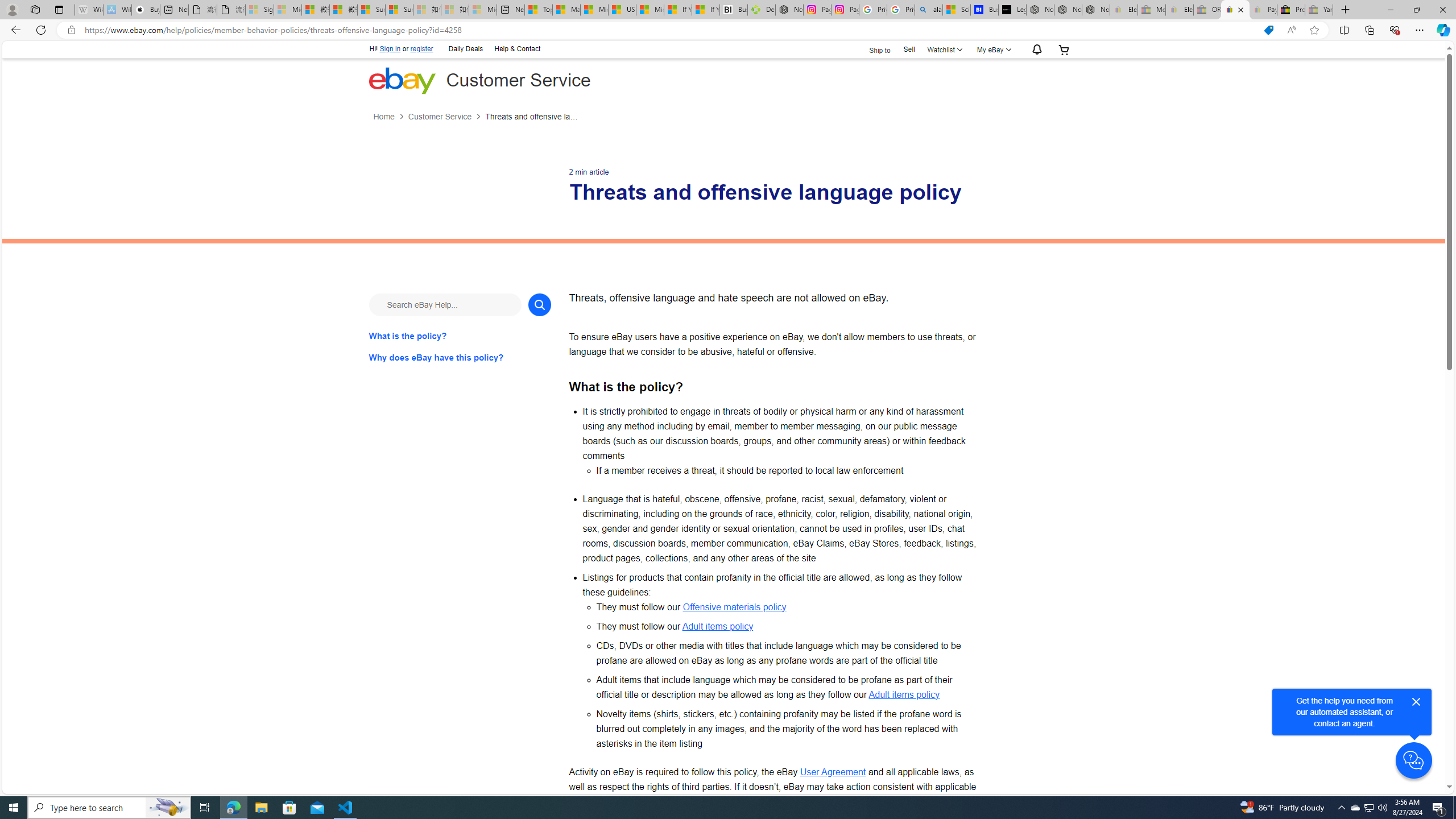 Image resolution: width=1456 pixels, height=819 pixels. Describe the element at coordinates (58, 9) in the screenshot. I see `'Tab actions menu'` at that location.